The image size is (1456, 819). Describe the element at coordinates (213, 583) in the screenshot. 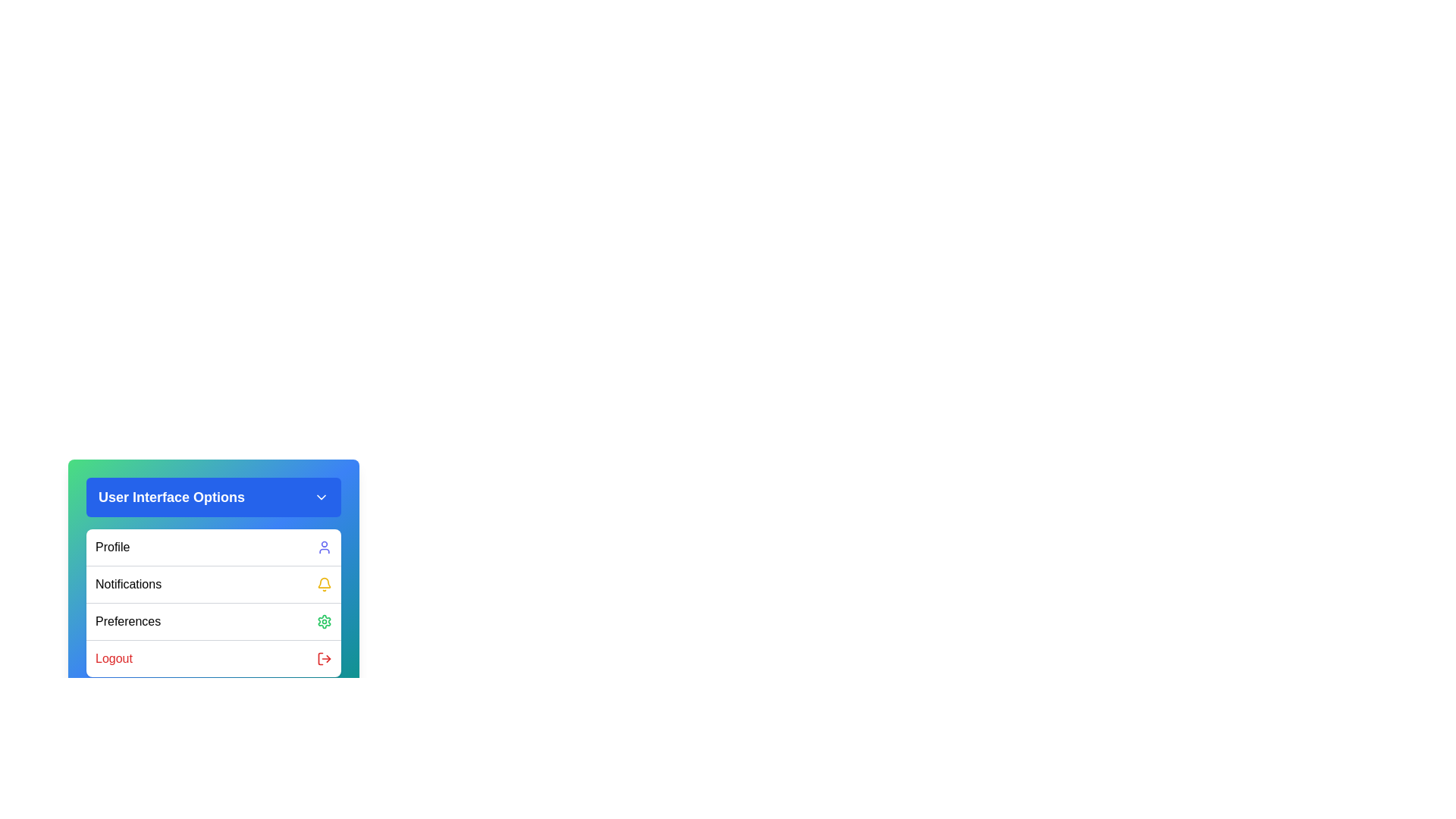

I see `the 'Notifications' option in the menu` at that location.